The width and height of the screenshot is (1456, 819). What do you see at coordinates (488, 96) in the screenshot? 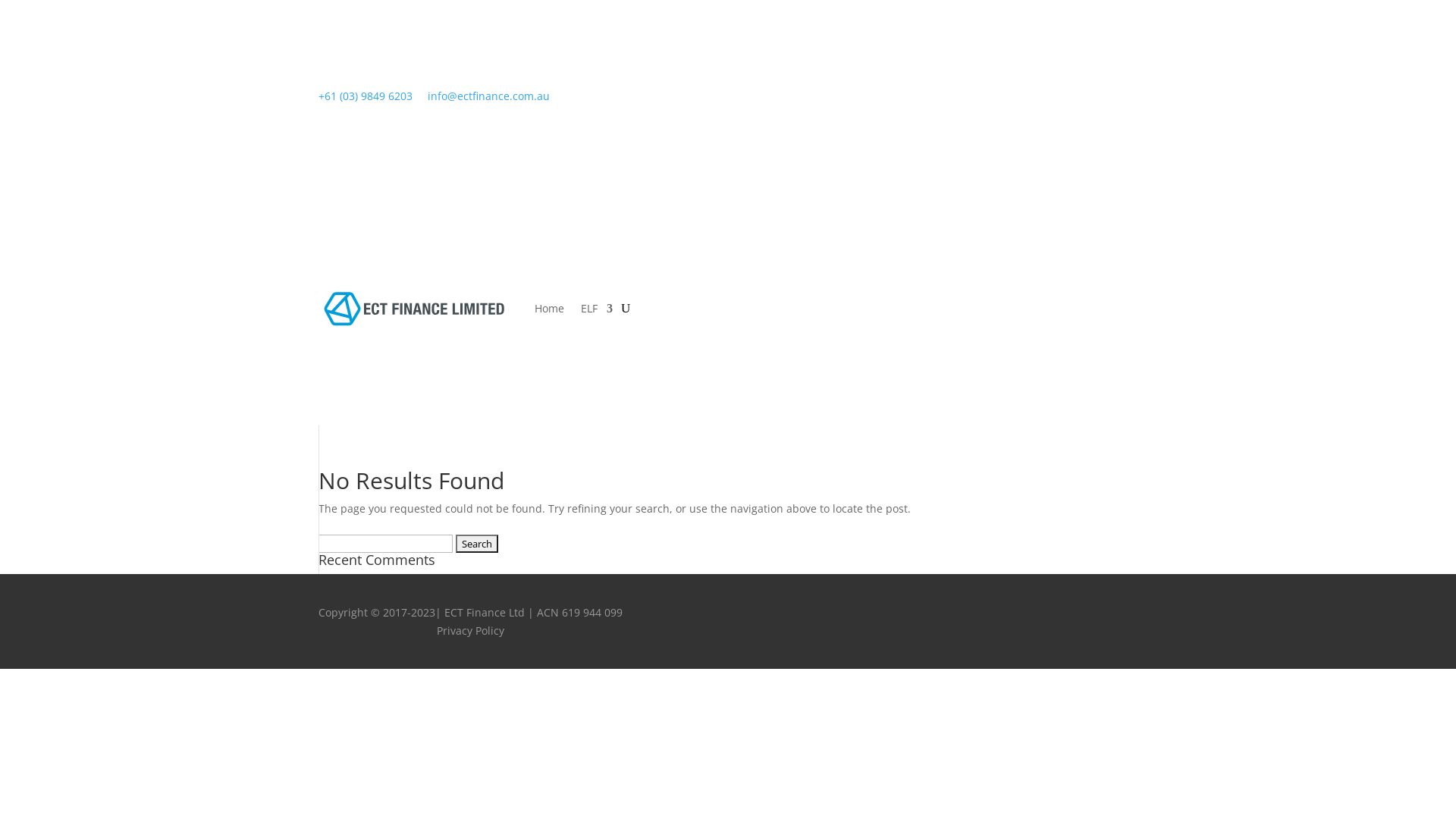
I see `'info@ectfinance.com.au'` at bounding box center [488, 96].